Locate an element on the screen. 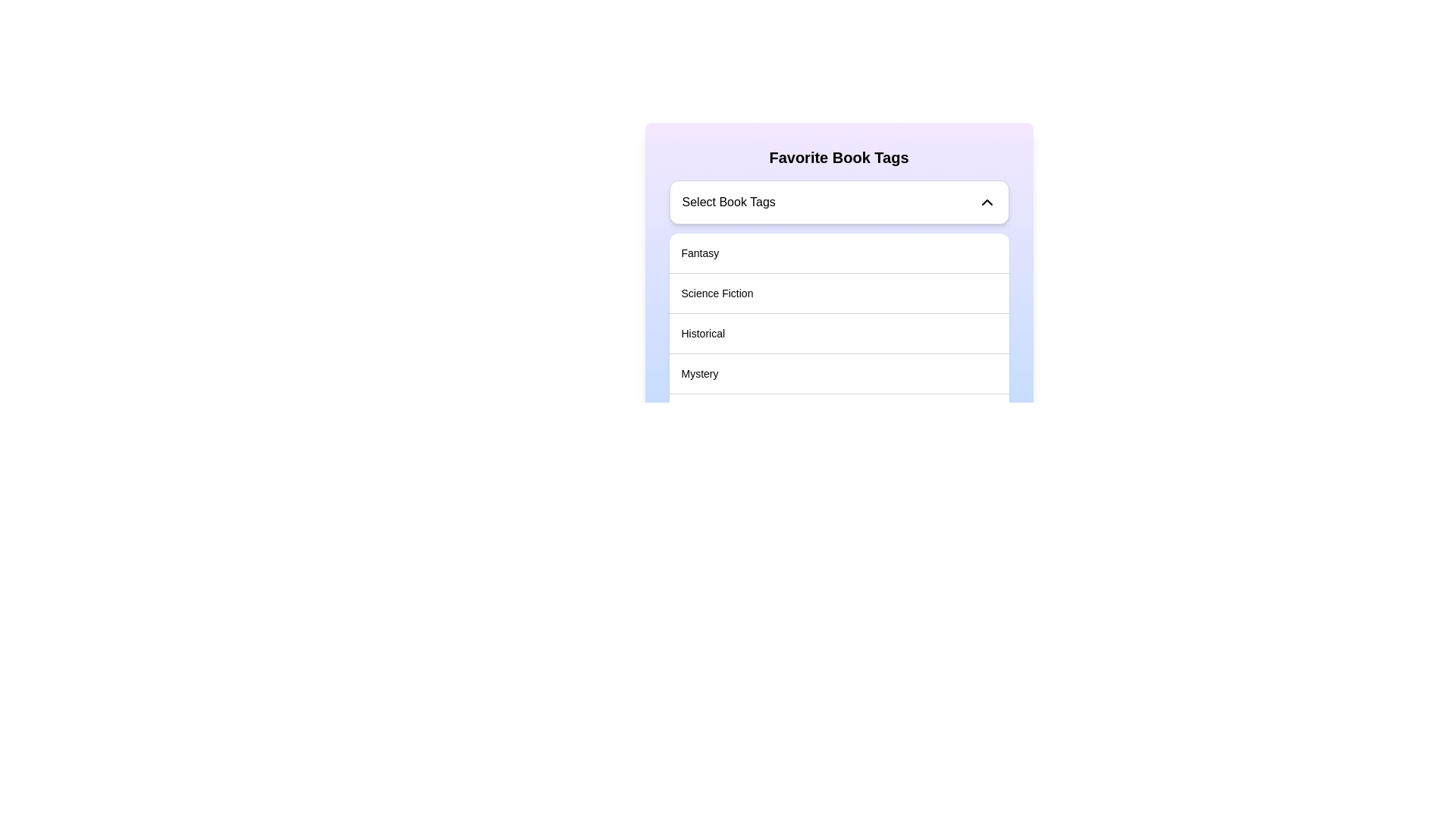 The image size is (1456, 819). the fourth list item labeled 'Mystery' in the 'Favorite Book Tags' section is located at coordinates (838, 373).